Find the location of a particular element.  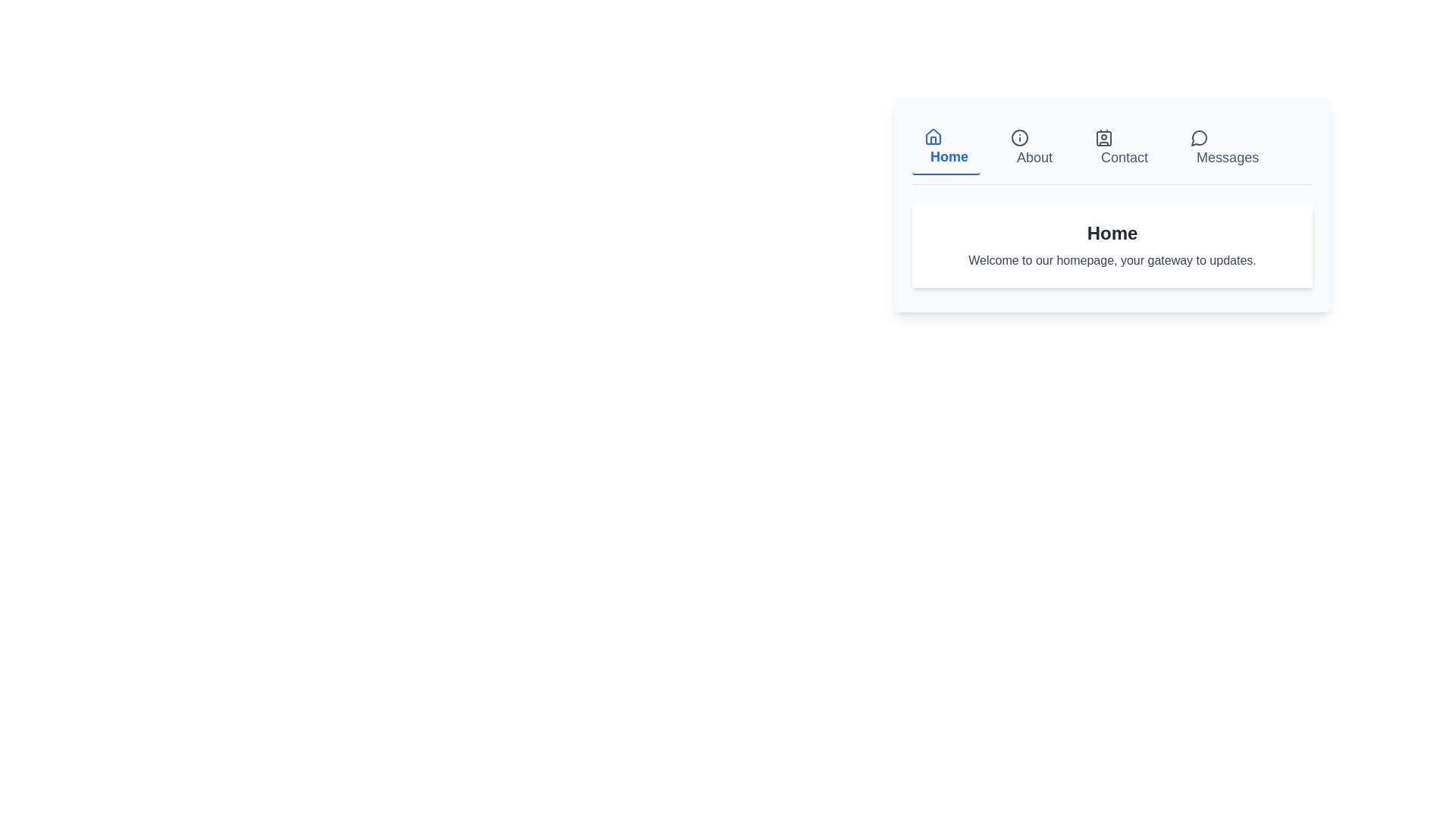

the tab labeled Contact is located at coordinates (1121, 149).